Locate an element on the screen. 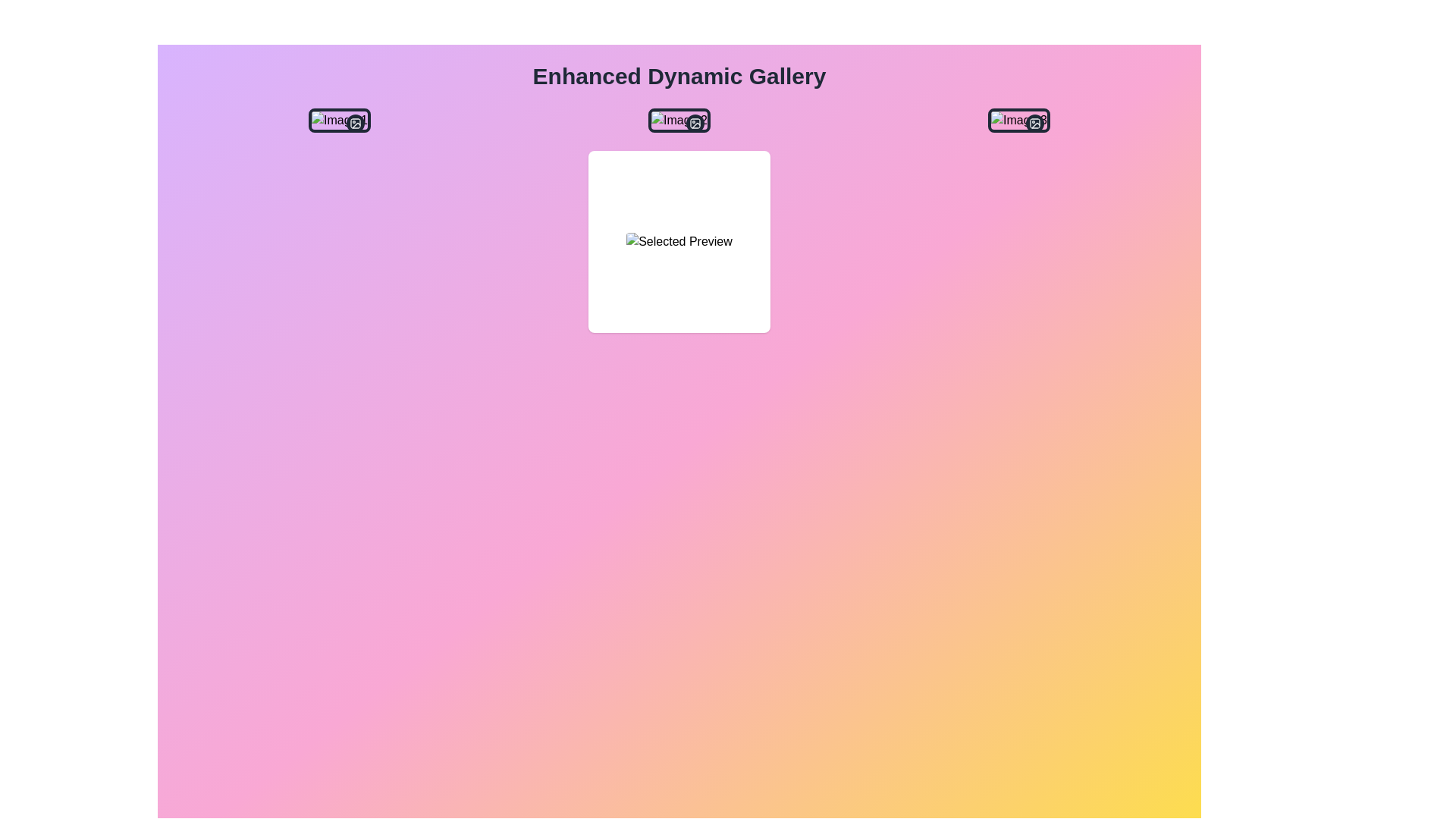  the thumbnail image labeled 'Gallery Image 1' that features a photo overlay icon to trigger a larger view display is located at coordinates (338, 119).